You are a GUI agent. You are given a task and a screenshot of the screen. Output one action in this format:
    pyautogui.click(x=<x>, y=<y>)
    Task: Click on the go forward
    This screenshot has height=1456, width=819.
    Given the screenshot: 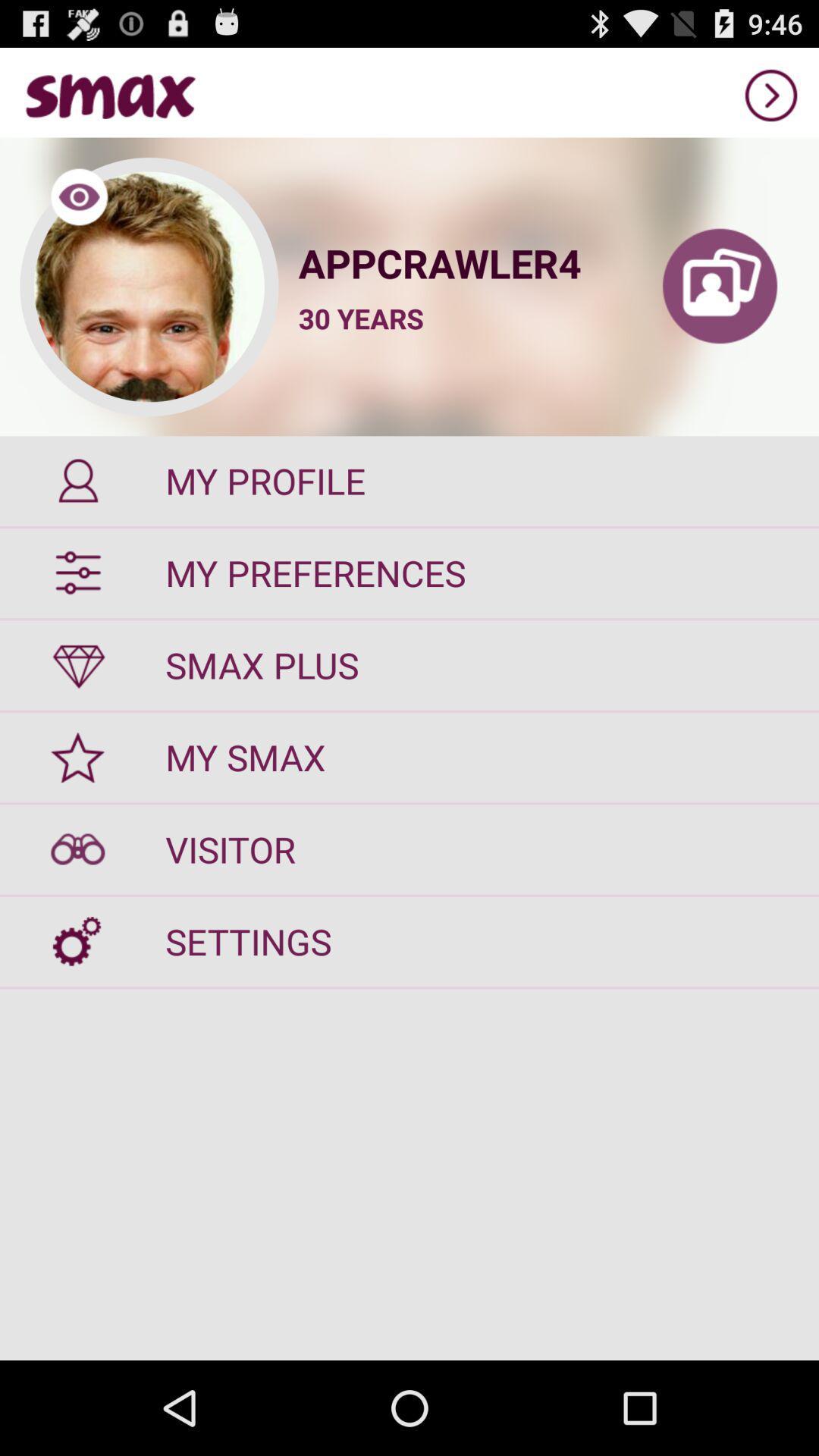 What is the action you would take?
    pyautogui.click(x=771, y=94)
    